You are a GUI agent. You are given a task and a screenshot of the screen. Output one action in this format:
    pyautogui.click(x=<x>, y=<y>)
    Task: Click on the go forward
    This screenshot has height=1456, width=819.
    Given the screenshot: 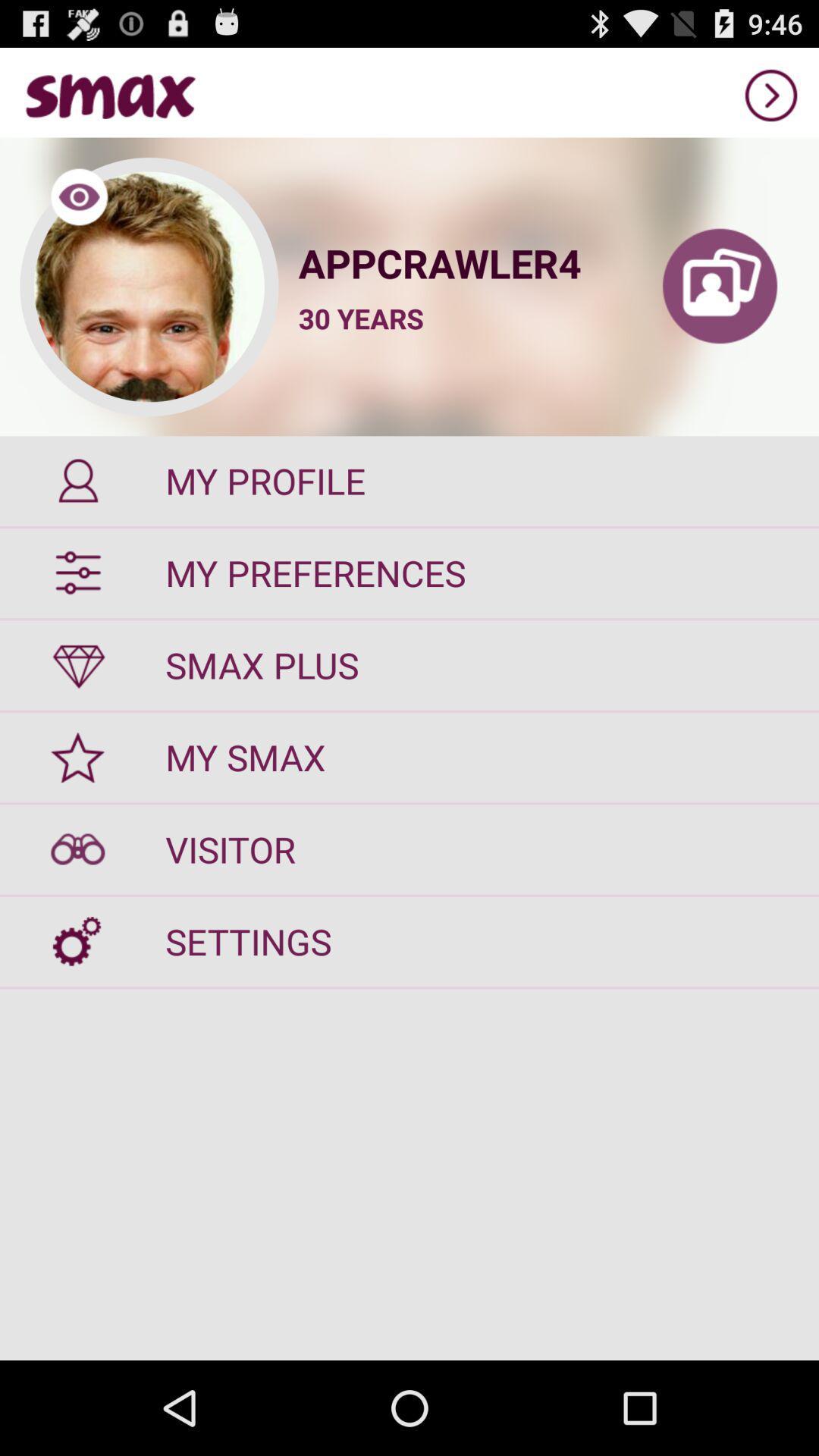 What is the action you would take?
    pyautogui.click(x=771, y=94)
    